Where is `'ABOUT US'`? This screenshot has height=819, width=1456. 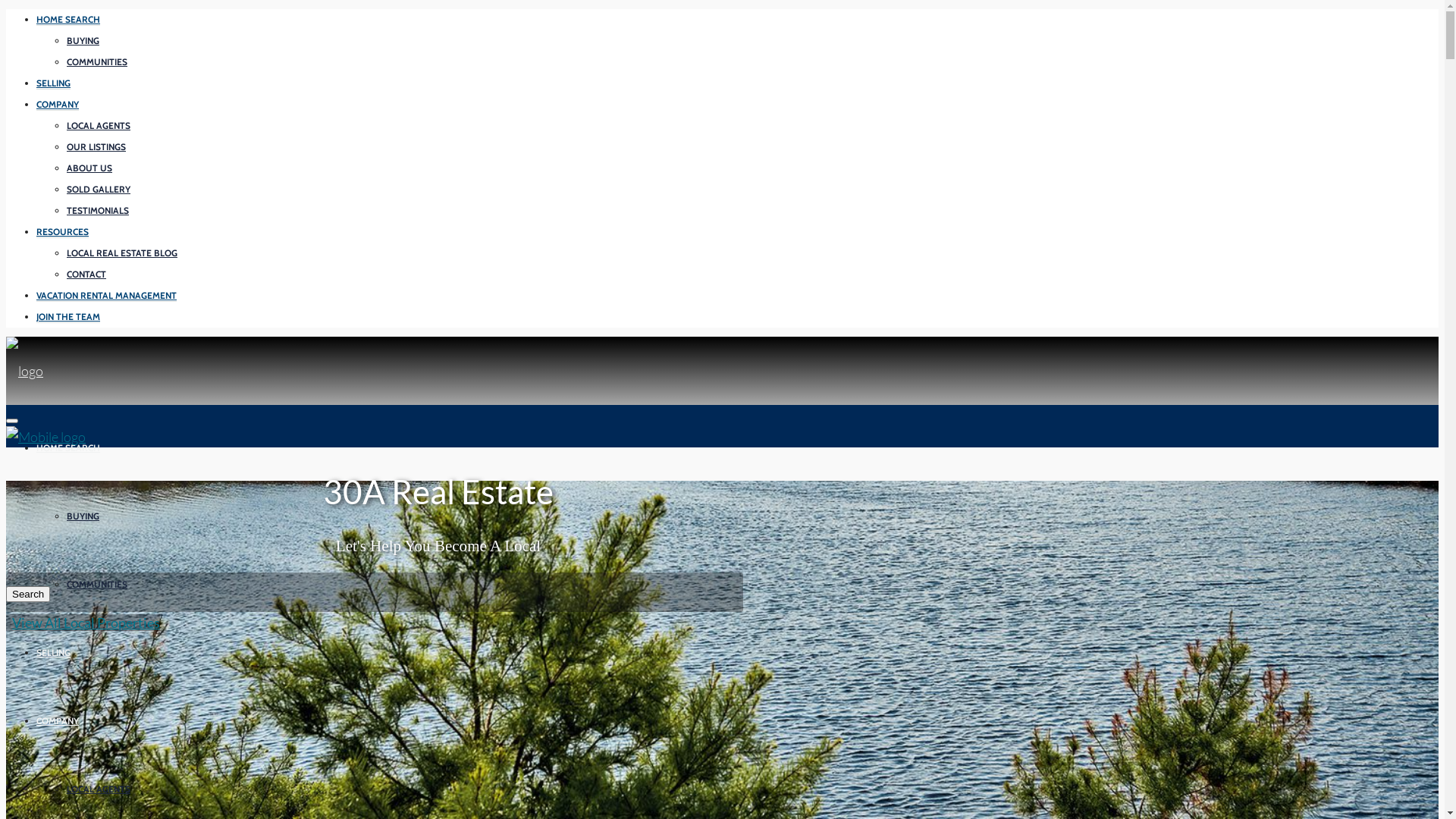
'ABOUT US' is located at coordinates (89, 168).